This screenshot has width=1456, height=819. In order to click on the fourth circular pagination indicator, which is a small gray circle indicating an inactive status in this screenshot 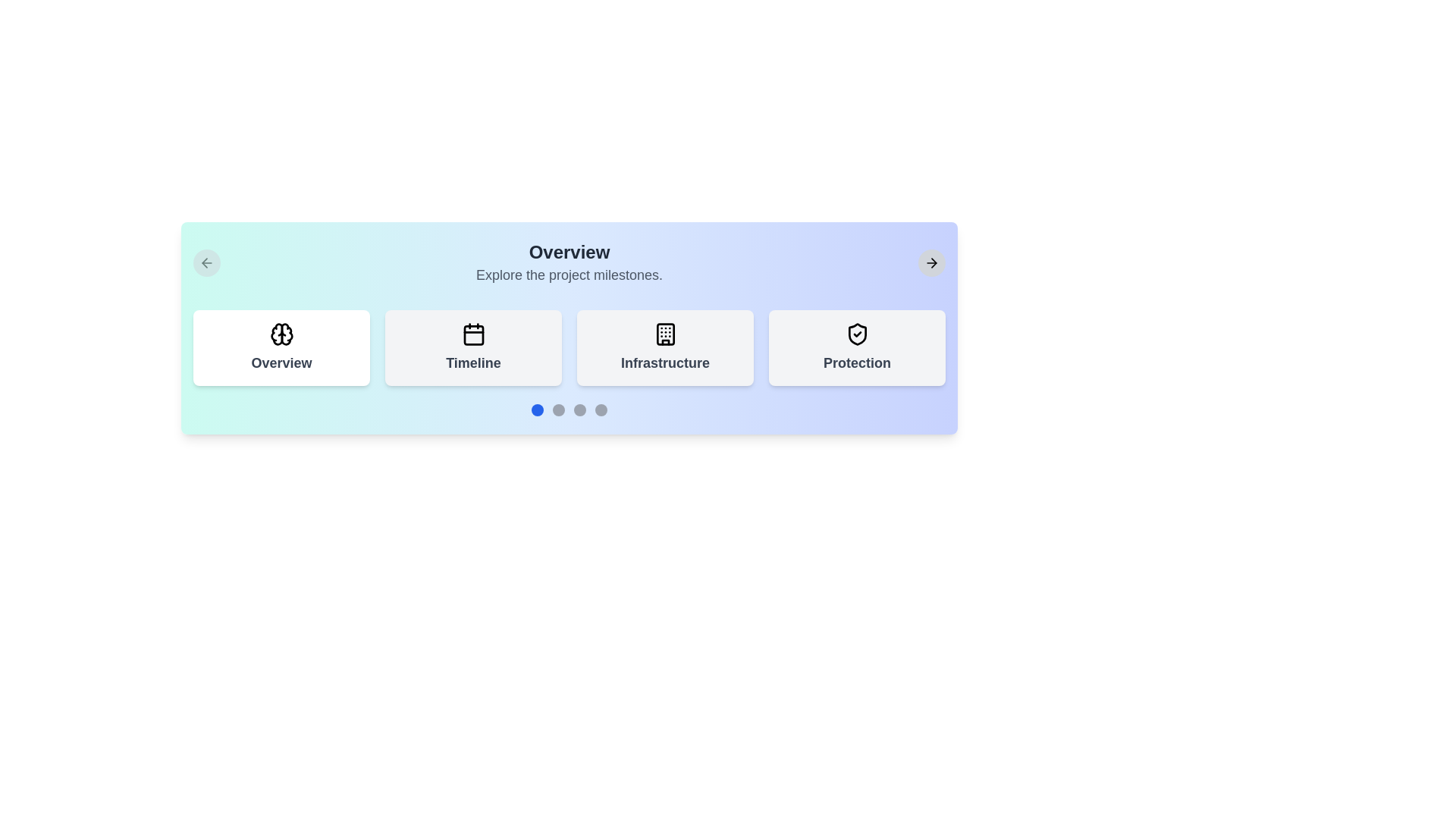, I will do `click(600, 409)`.